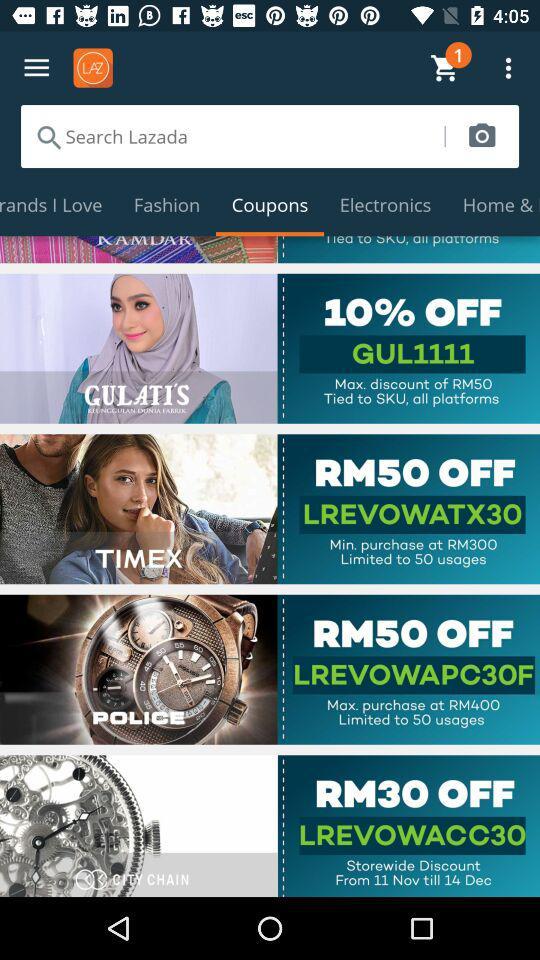  What do you see at coordinates (481, 135) in the screenshot?
I see `the icon above the home & living` at bounding box center [481, 135].